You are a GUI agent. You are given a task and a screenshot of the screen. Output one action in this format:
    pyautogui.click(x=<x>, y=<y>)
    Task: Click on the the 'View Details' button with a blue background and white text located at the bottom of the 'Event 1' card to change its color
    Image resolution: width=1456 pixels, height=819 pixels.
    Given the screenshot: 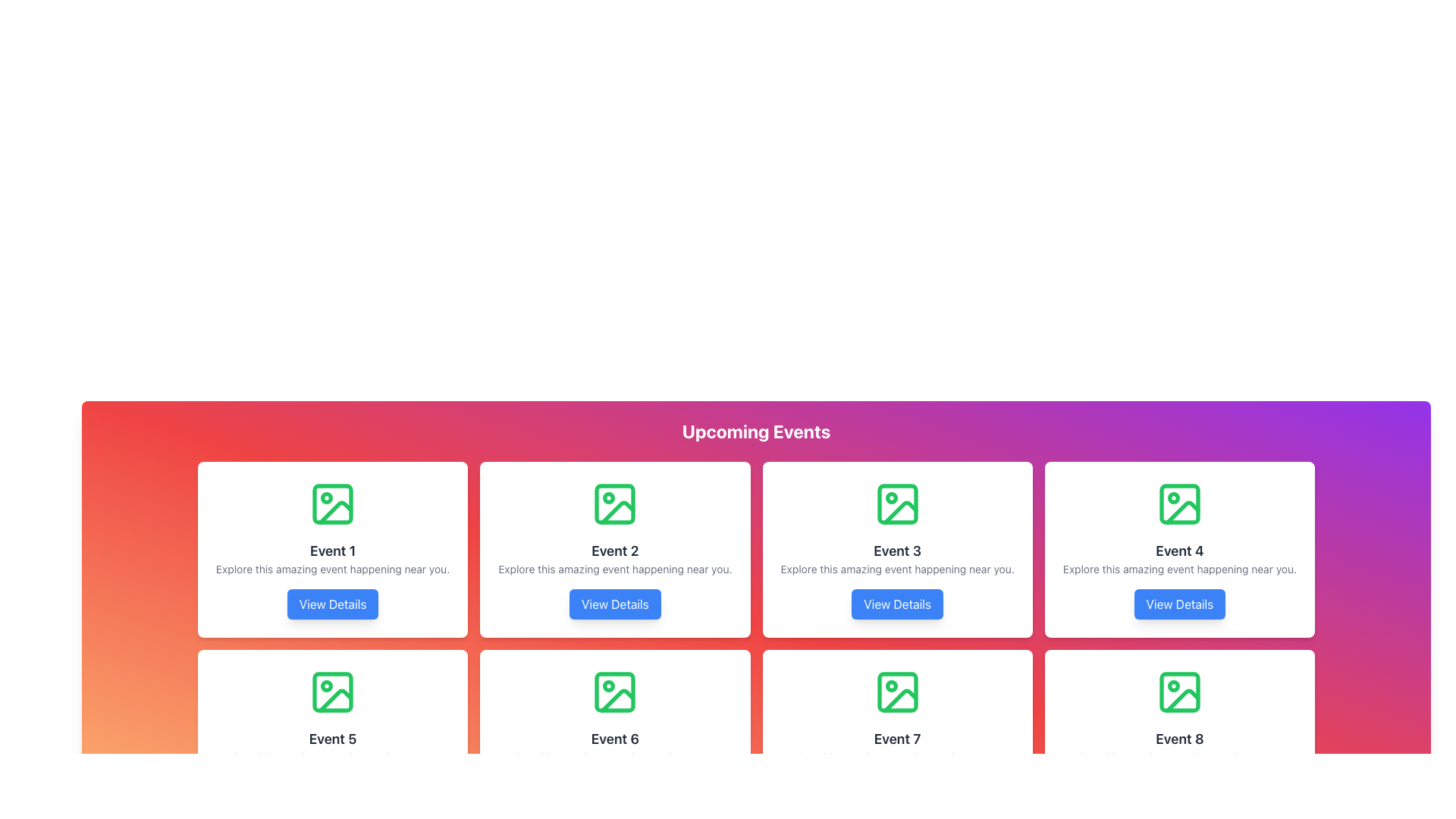 What is the action you would take?
    pyautogui.click(x=332, y=604)
    